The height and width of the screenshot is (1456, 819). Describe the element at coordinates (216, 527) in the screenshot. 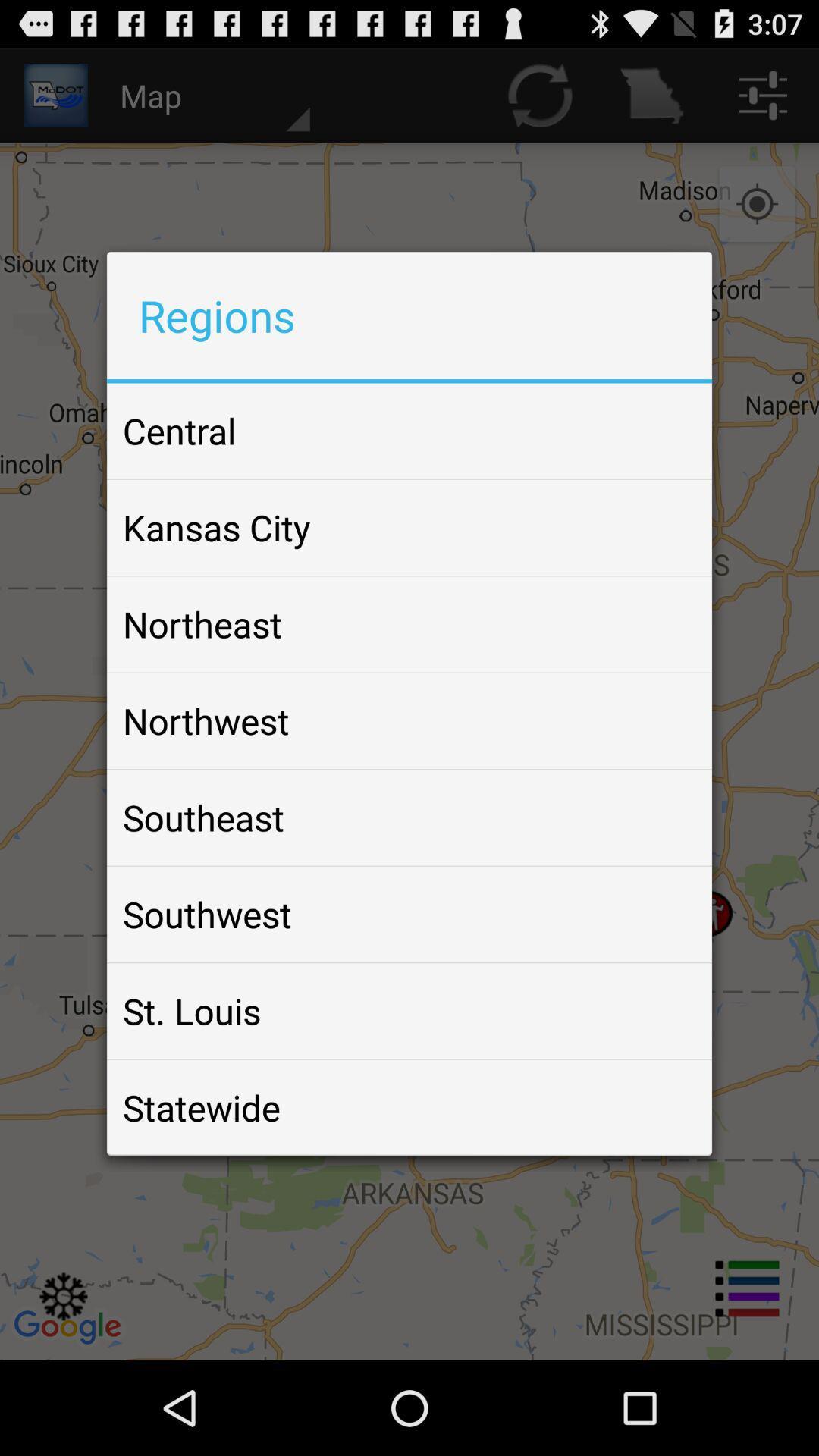

I see `kansas city` at that location.